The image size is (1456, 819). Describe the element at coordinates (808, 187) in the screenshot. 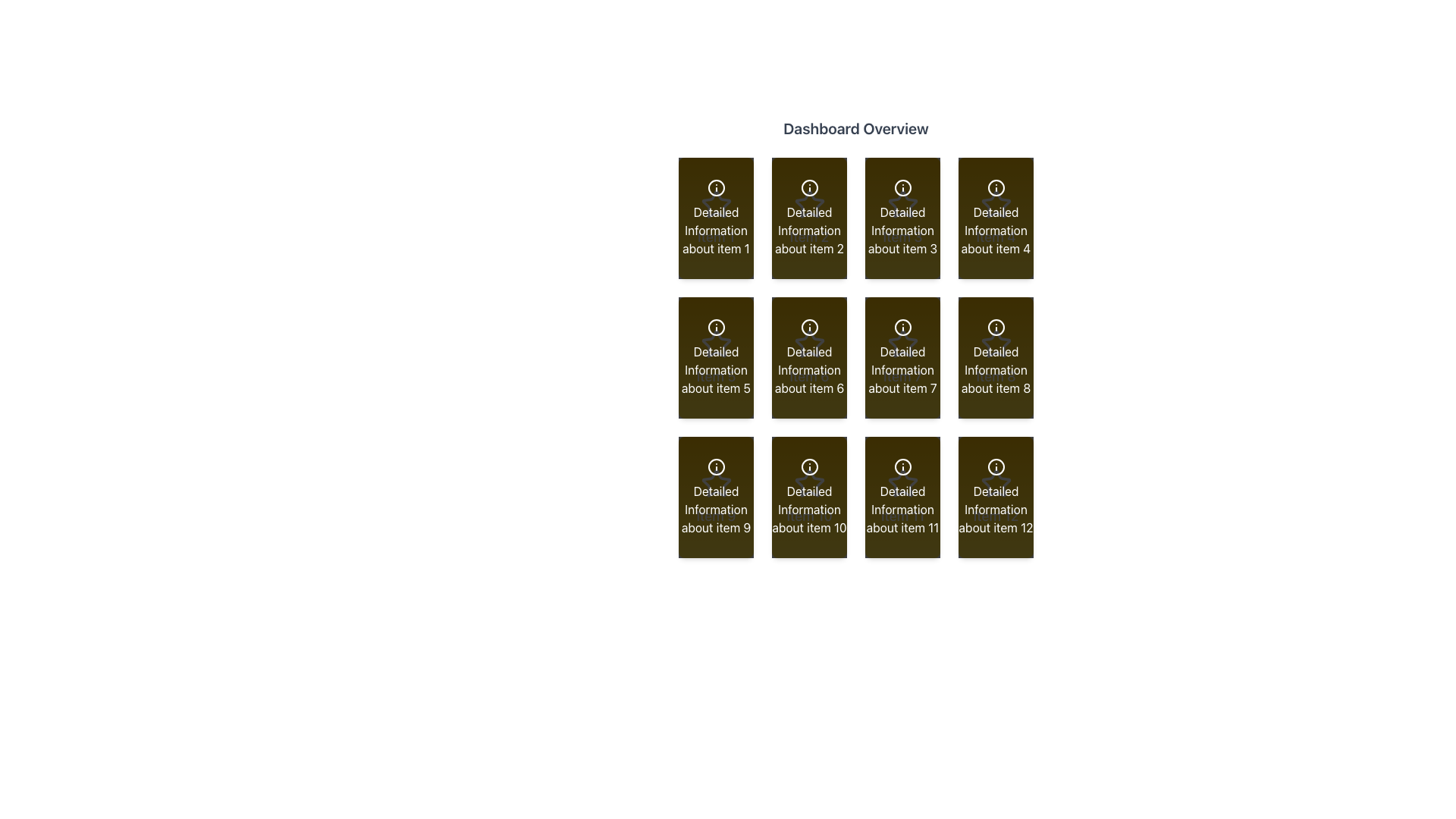

I see `the SVG Circle Element located in the second card of the first row in a 4x3 grid, which is part of an information icon labeled 'Detailed Information about item 2'` at that location.